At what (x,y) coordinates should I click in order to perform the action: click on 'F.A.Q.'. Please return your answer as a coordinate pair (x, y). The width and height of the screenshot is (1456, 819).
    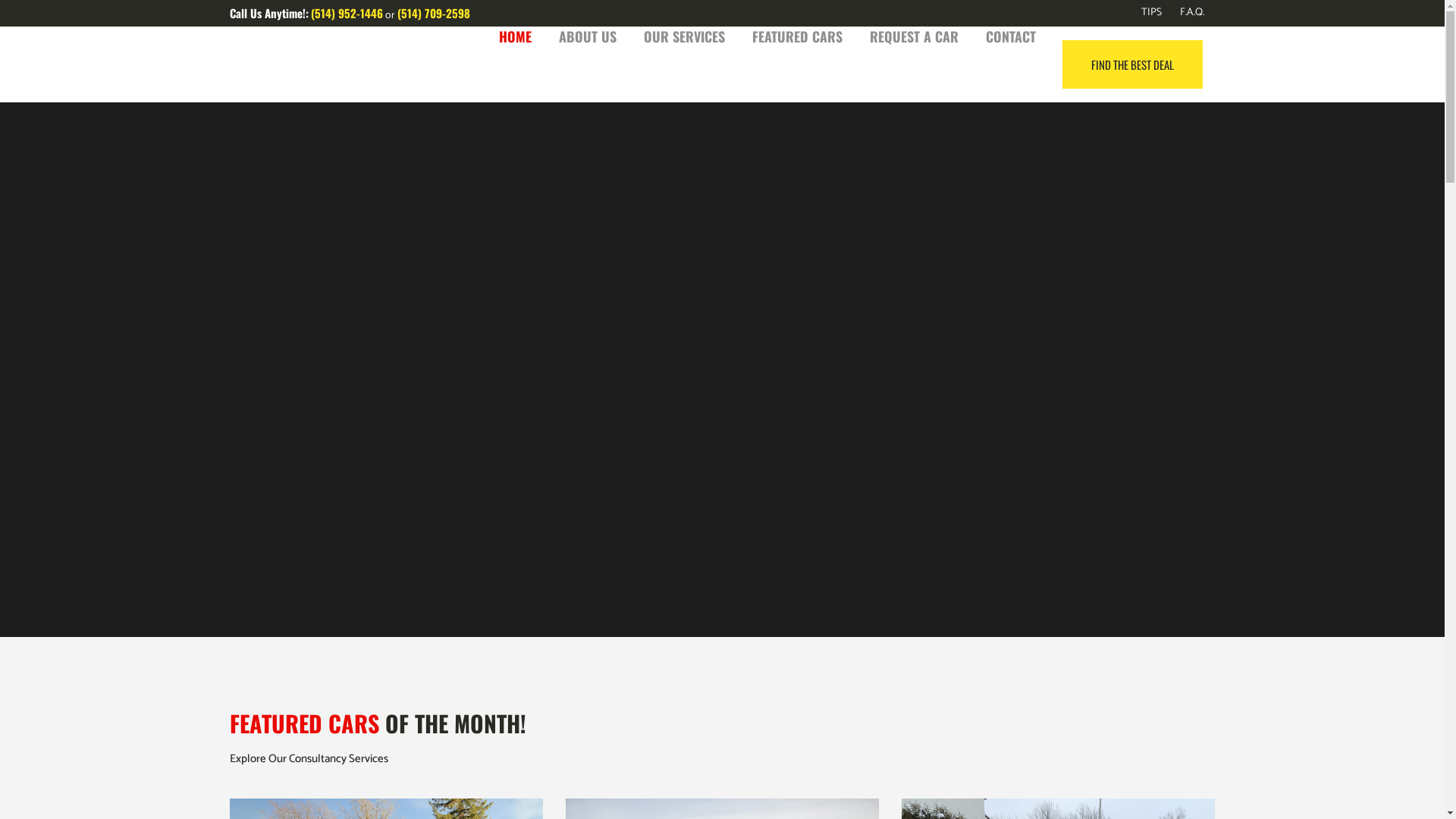
    Looking at the image, I should click on (1182, 12).